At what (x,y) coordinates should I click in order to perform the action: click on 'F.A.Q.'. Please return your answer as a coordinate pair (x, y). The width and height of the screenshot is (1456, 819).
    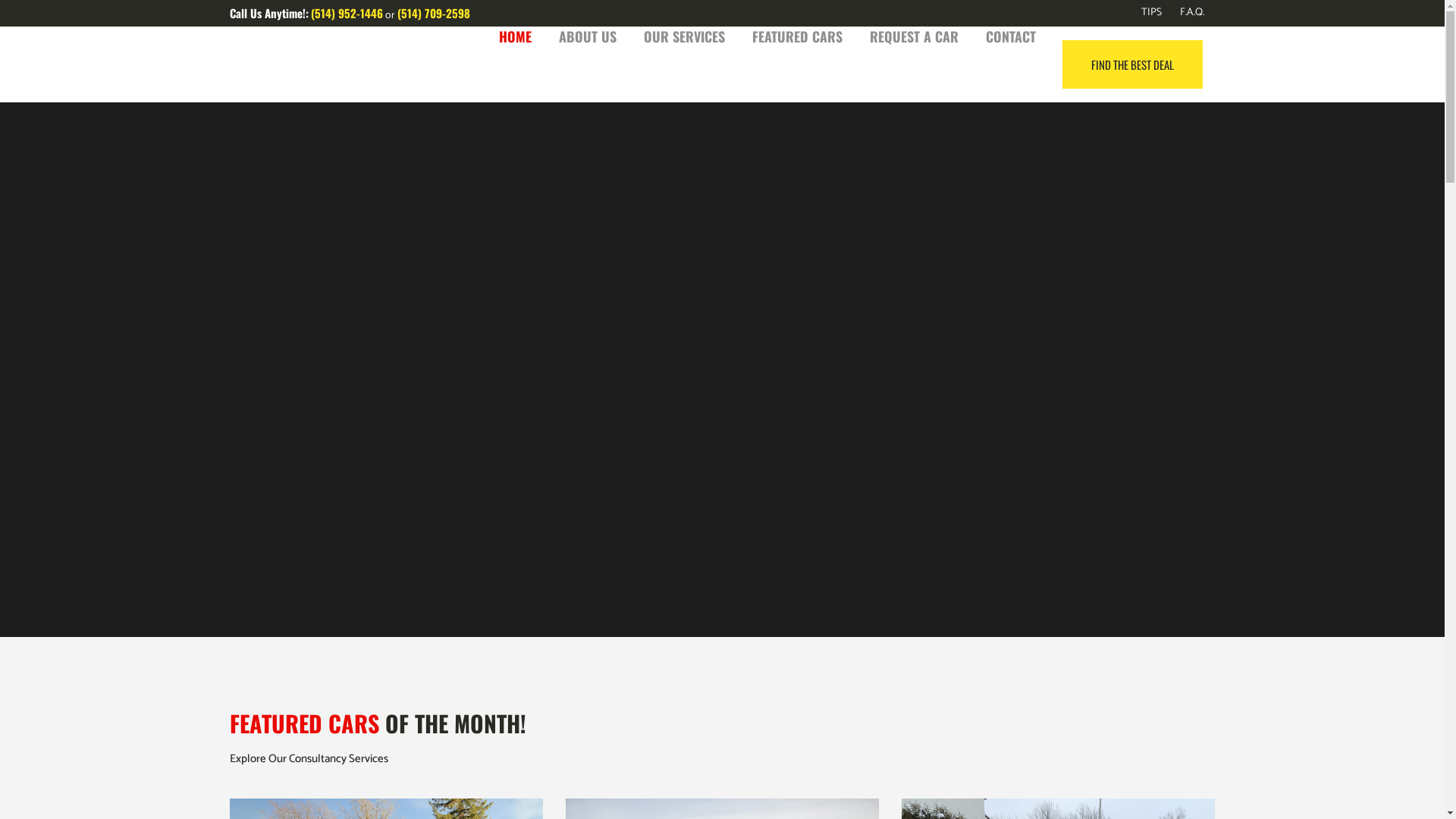
    Looking at the image, I should click on (1182, 12).